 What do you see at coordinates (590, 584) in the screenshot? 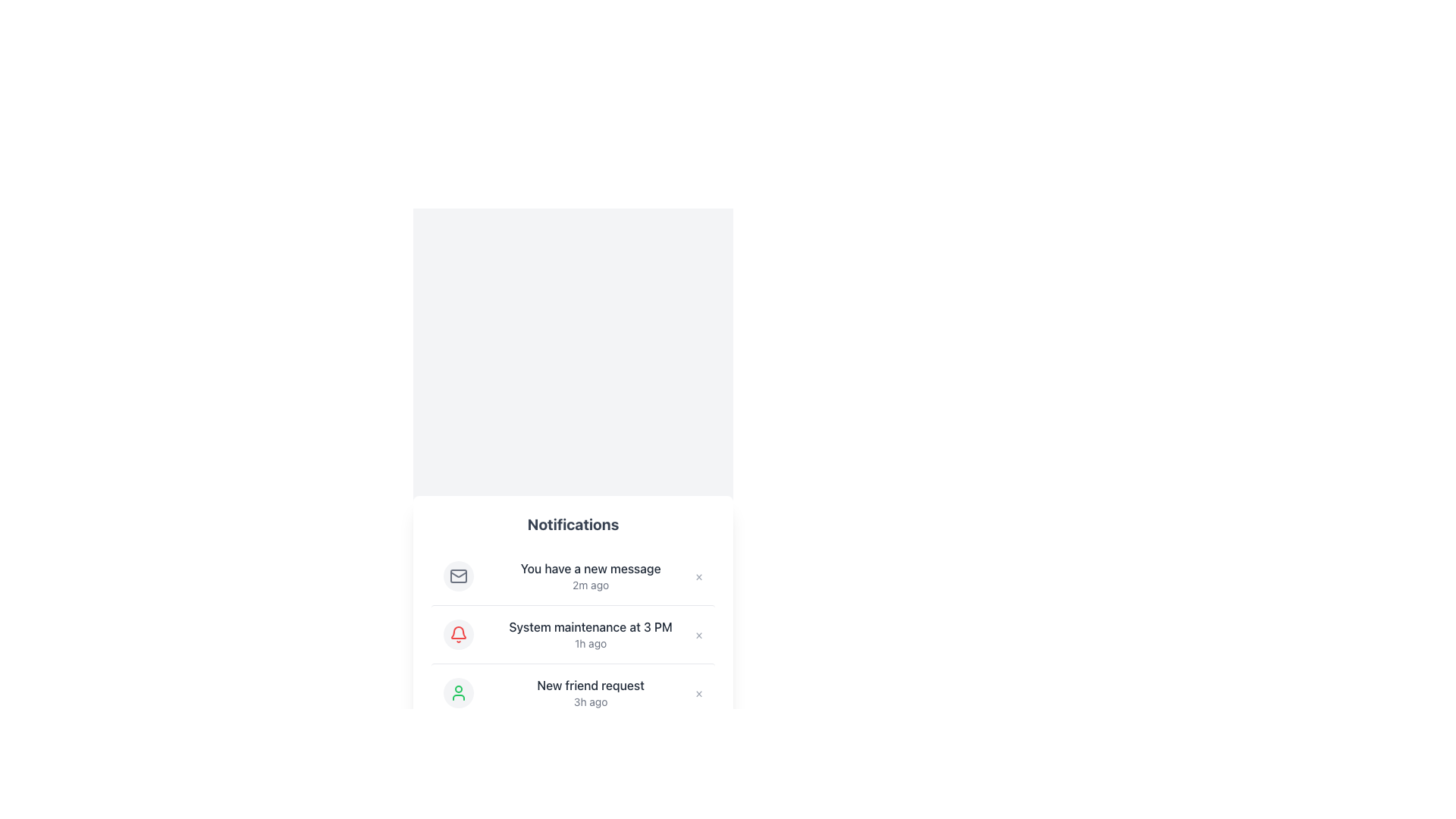
I see `the timestamp text indicating '2 minutes ago' located in the lower-right corner of the notification block containing 'You have a new message'` at bounding box center [590, 584].